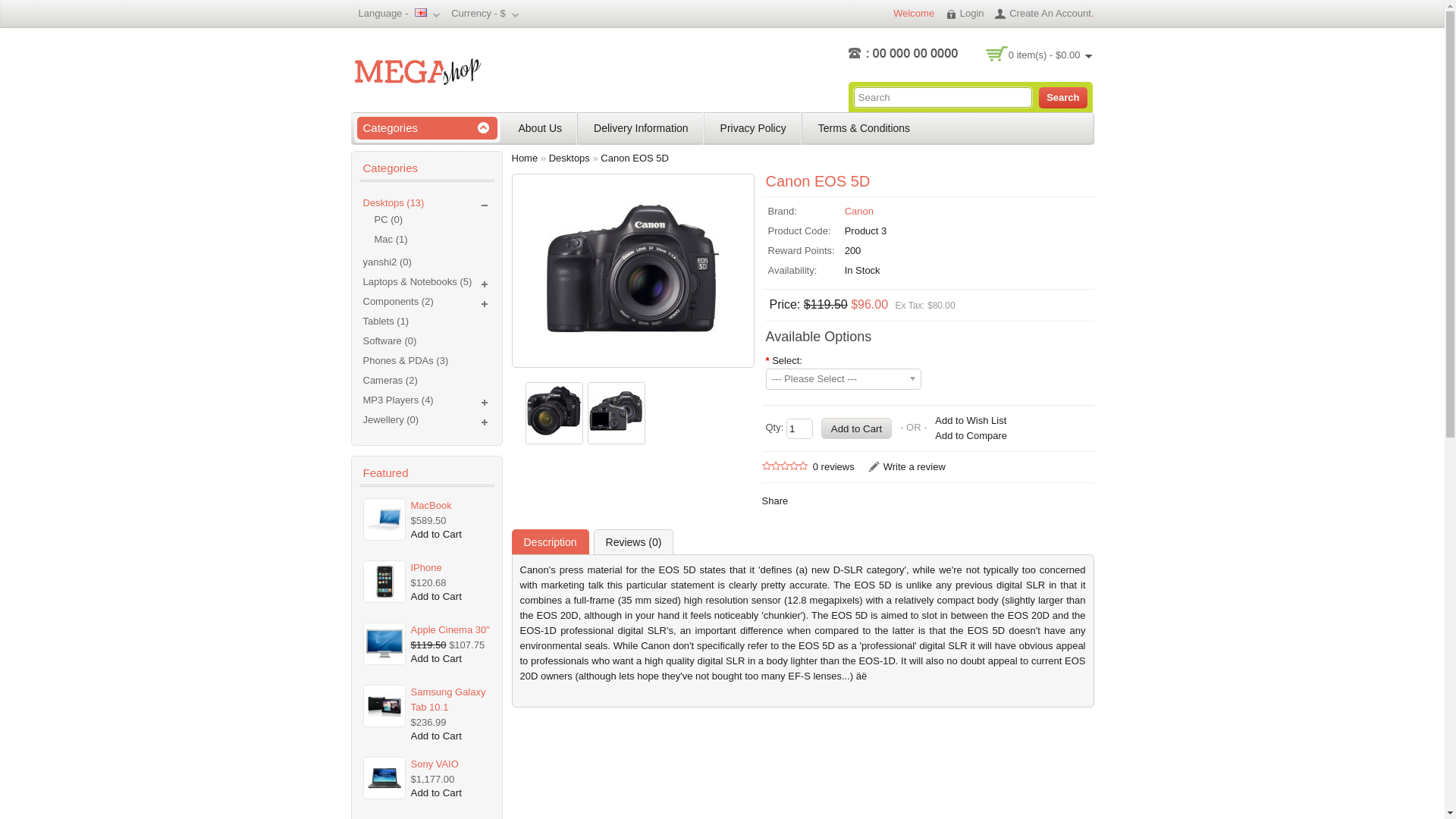  What do you see at coordinates (548, 541) in the screenshot?
I see `'Description'` at bounding box center [548, 541].